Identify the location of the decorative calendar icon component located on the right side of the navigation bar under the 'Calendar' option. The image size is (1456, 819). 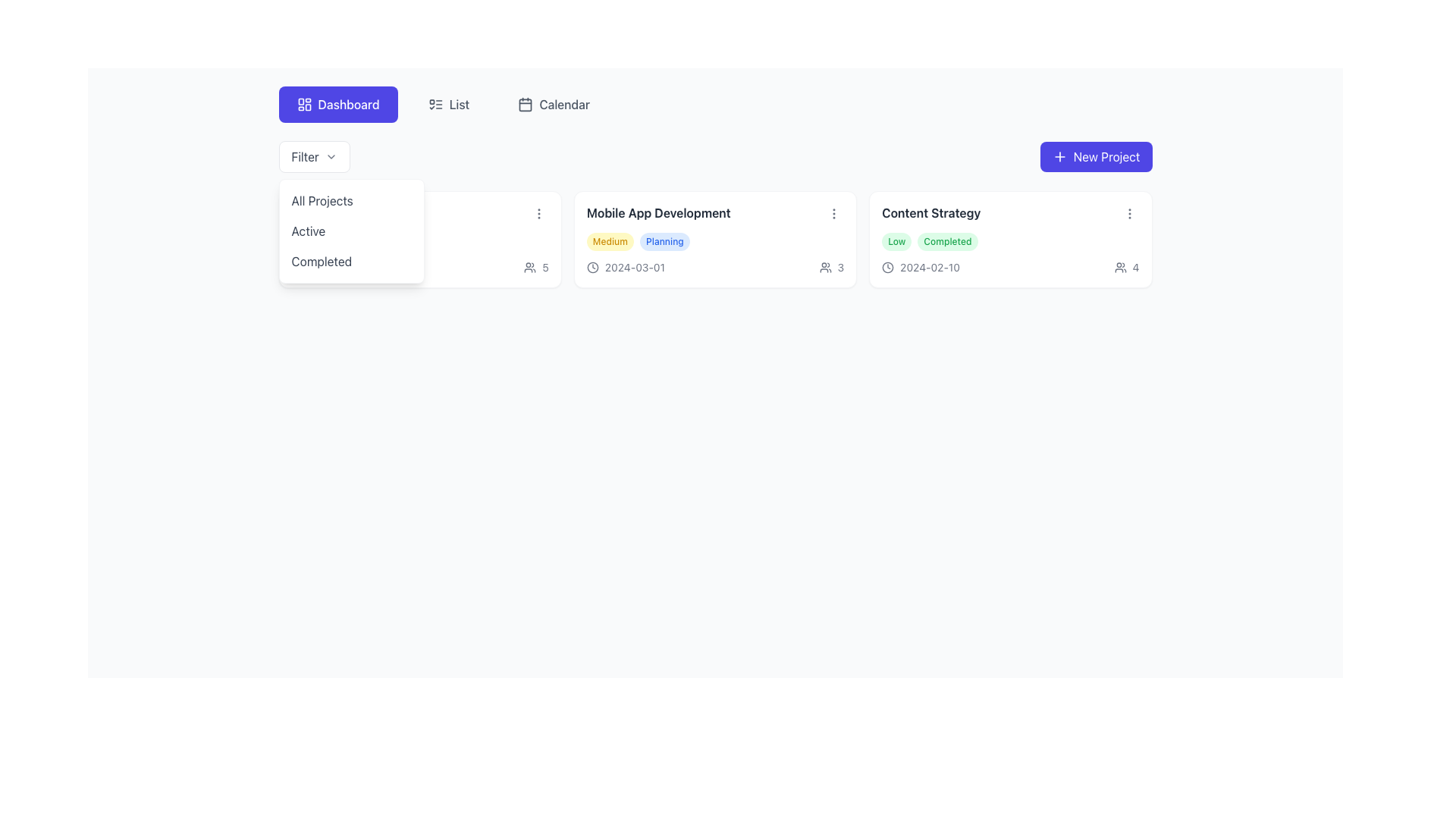
(526, 104).